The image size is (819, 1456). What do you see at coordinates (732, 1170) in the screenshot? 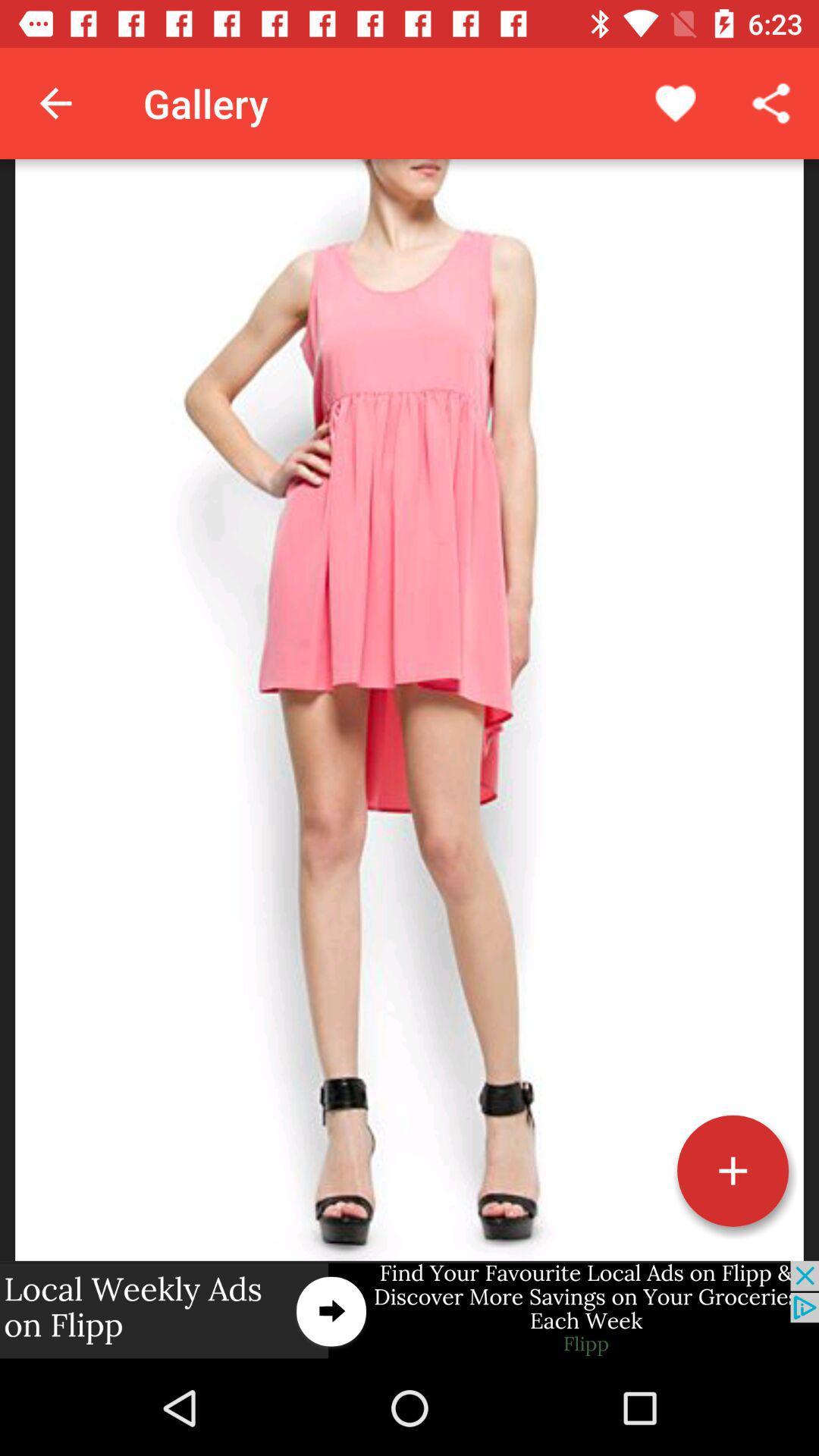
I see `image` at bounding box center [732, 1170].